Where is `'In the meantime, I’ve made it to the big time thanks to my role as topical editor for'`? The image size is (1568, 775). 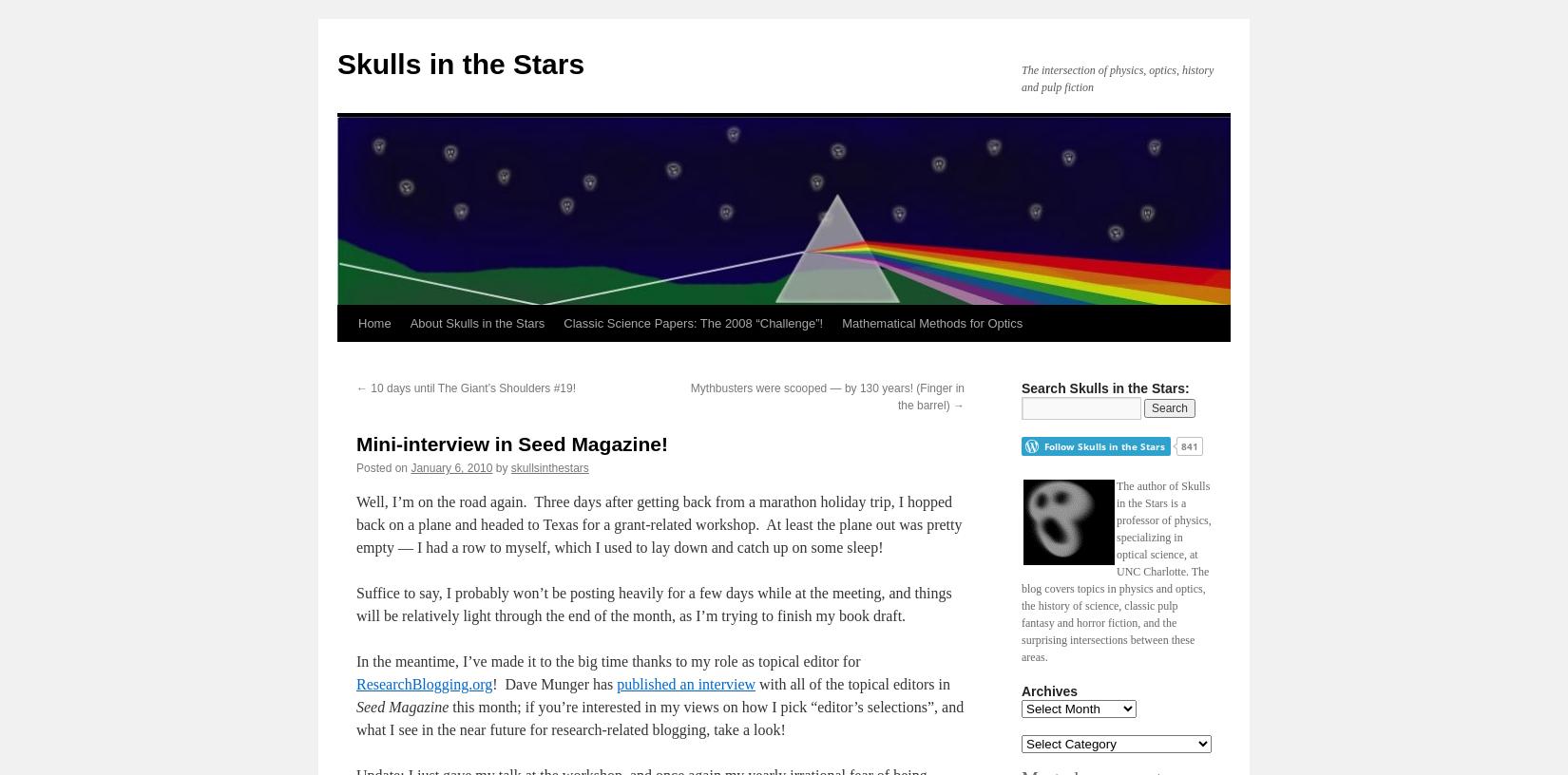
'In the meantime, I’ve made it to the big time thanks to my role as topical editor for' is located at coordinates (607, 660).